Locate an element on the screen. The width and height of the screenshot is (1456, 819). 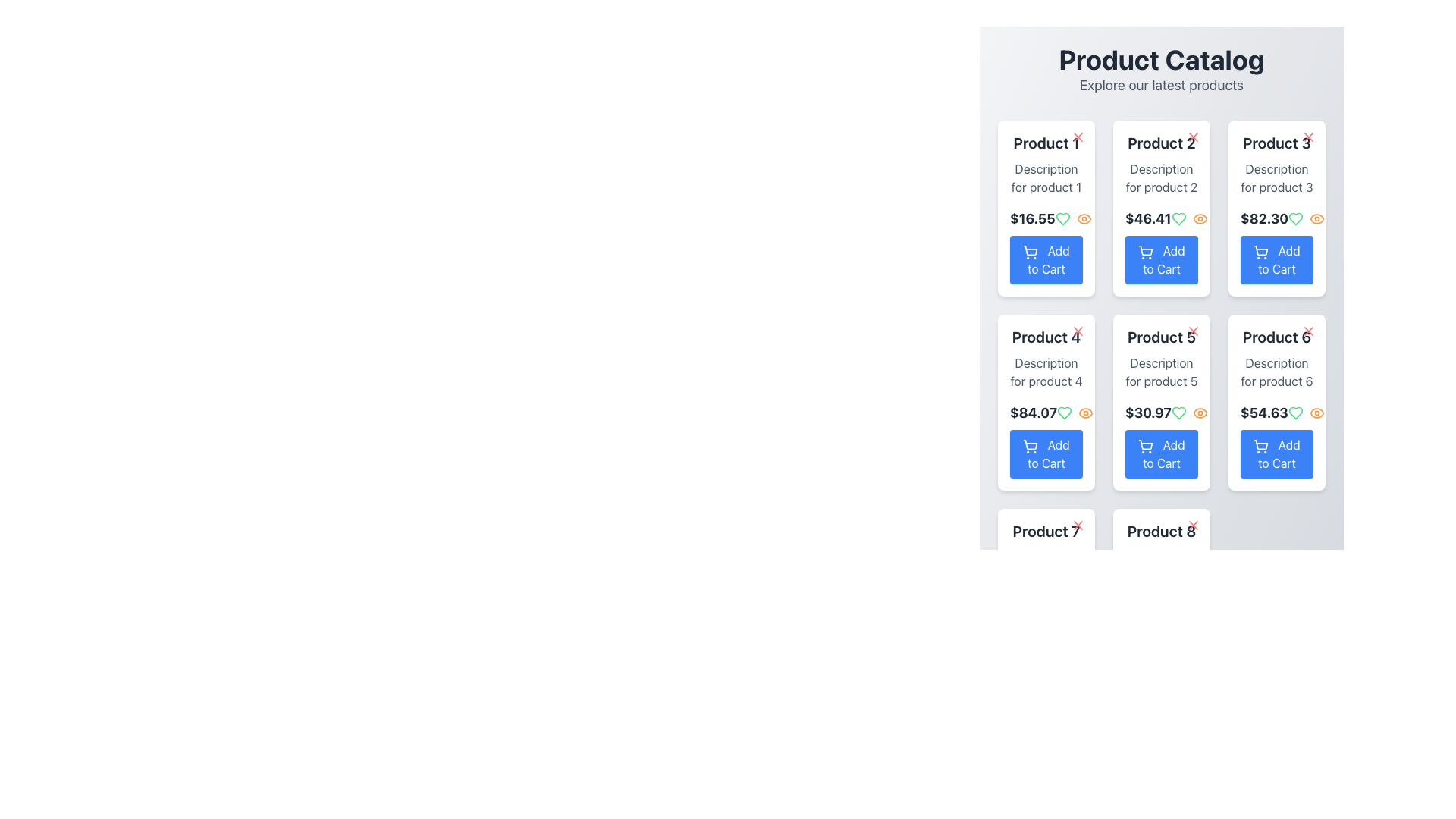
the group of interactive icons for favoriting and viewing product details located in the product card interface, specifically in the second column of the first row is located at coordinates (1188, 219).